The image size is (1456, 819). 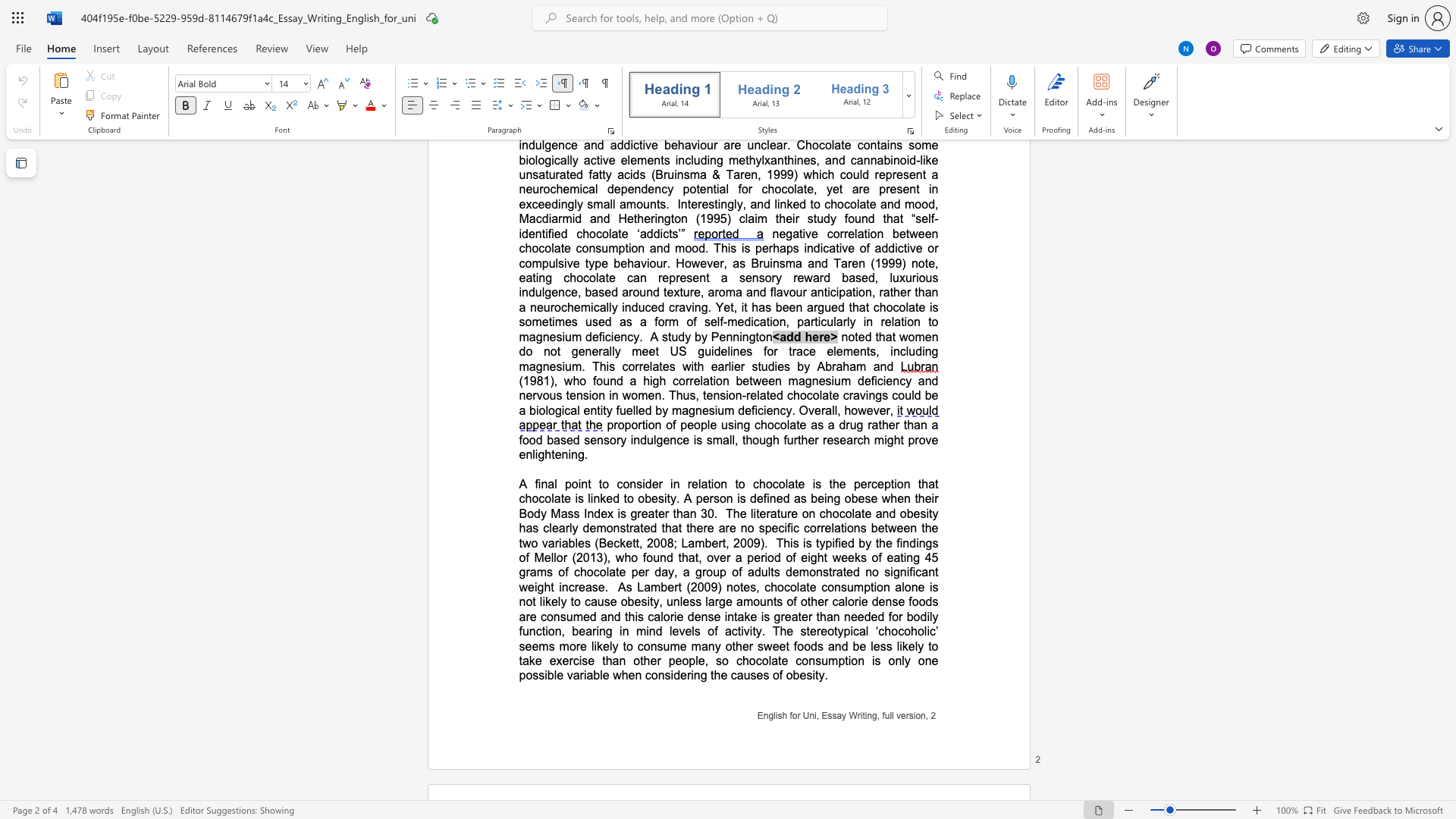 I want to click on the subset text "uses of o" within the text "e causes of obesity.", so click(x=743, y=674).